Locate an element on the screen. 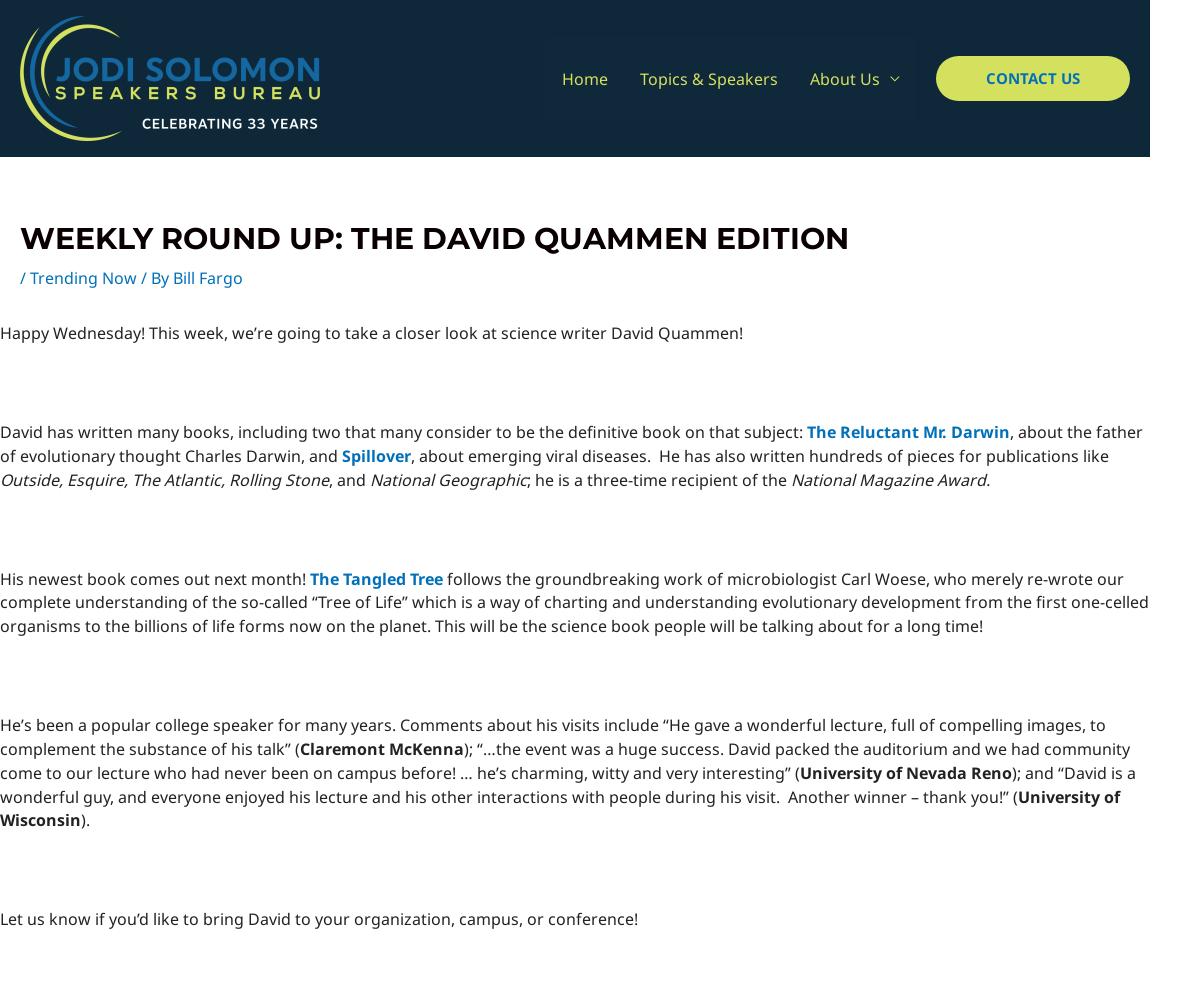 This screenshot has height=1000, width=1190. 'The Reluctant Mr. Darwin' is located at coordinates (908, 432).